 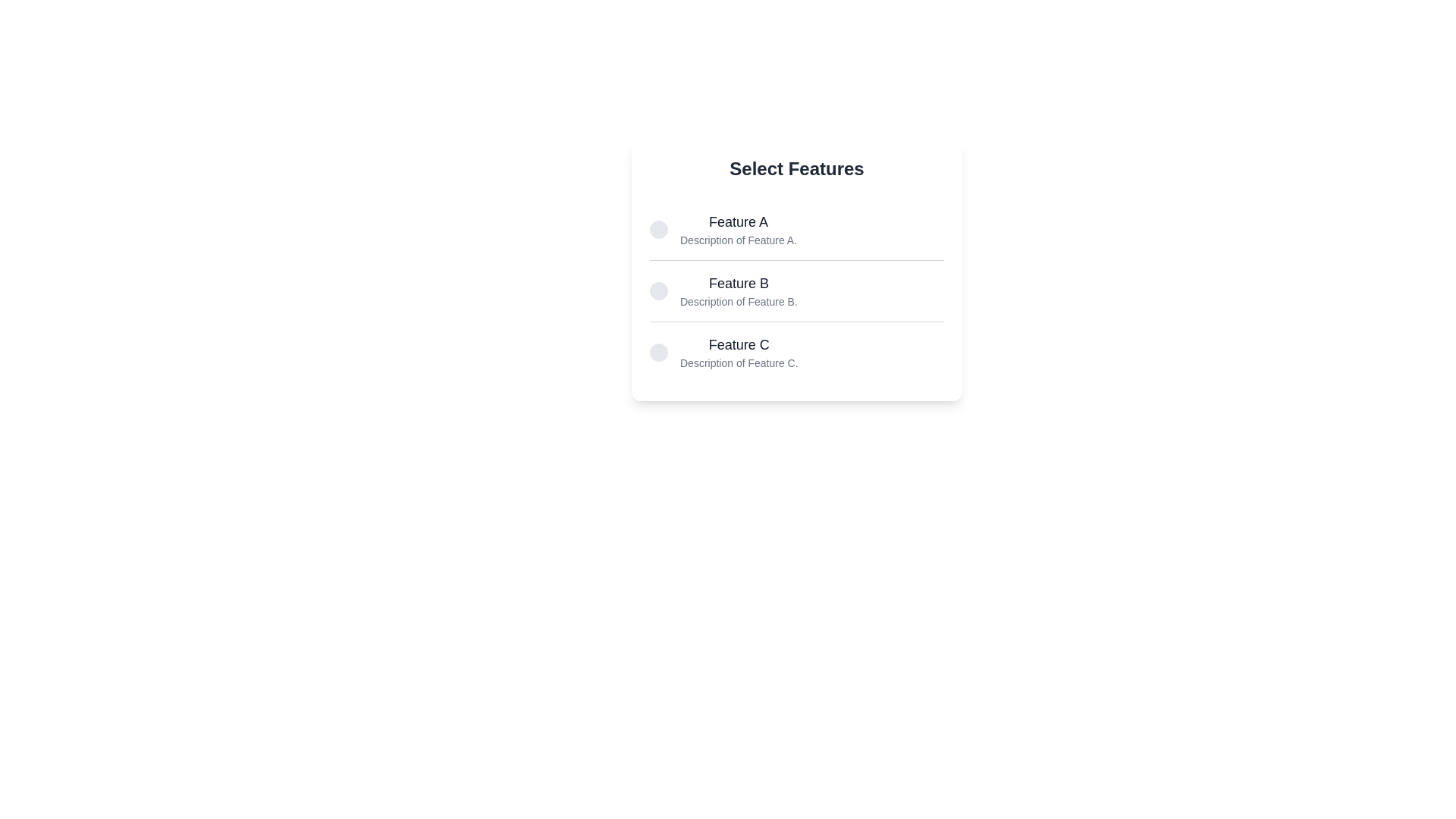 What do you see at coordinates (796, 169) in the screenshot?
I see `the prominently styled header with the text 'Select Features', which is bold and larger than other text, located at the top center of the white rectangular card` at bounding box center [796, 169].